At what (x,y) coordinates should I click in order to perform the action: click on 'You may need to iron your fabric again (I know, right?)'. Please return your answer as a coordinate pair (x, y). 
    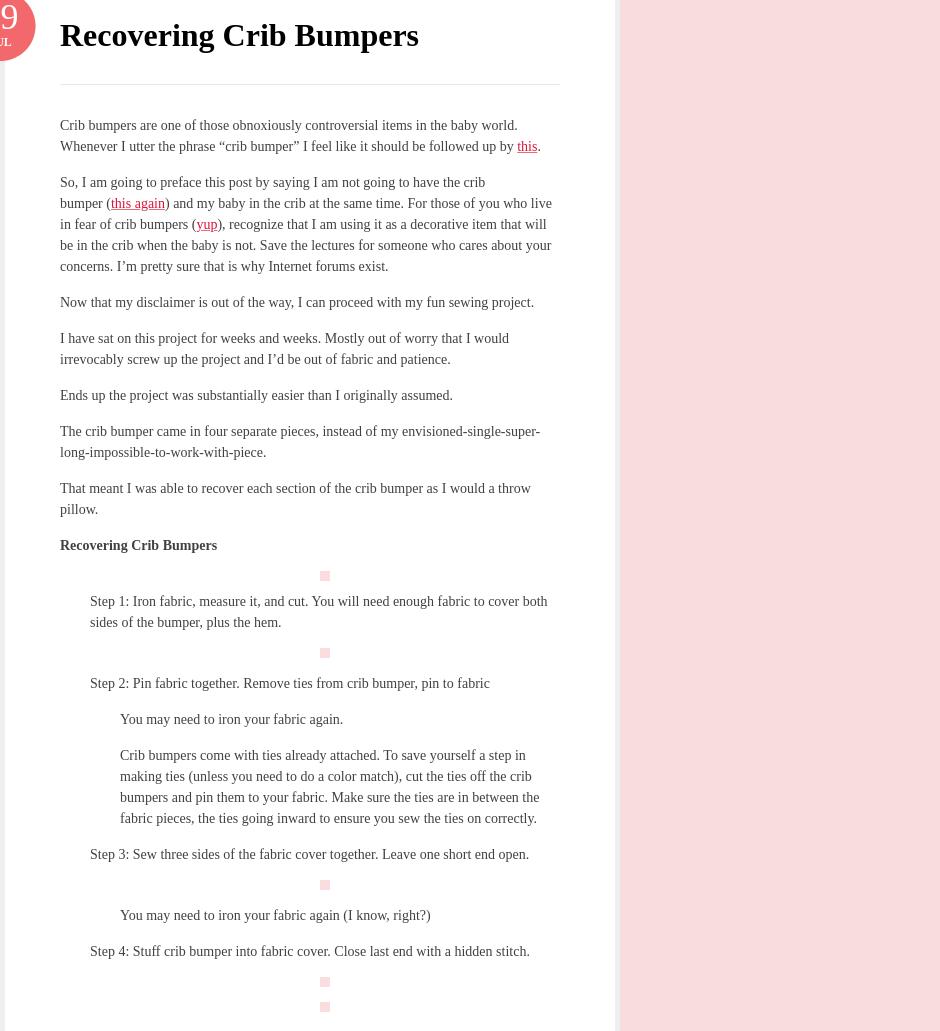
    Looking at the image, I should click on (274, 915).